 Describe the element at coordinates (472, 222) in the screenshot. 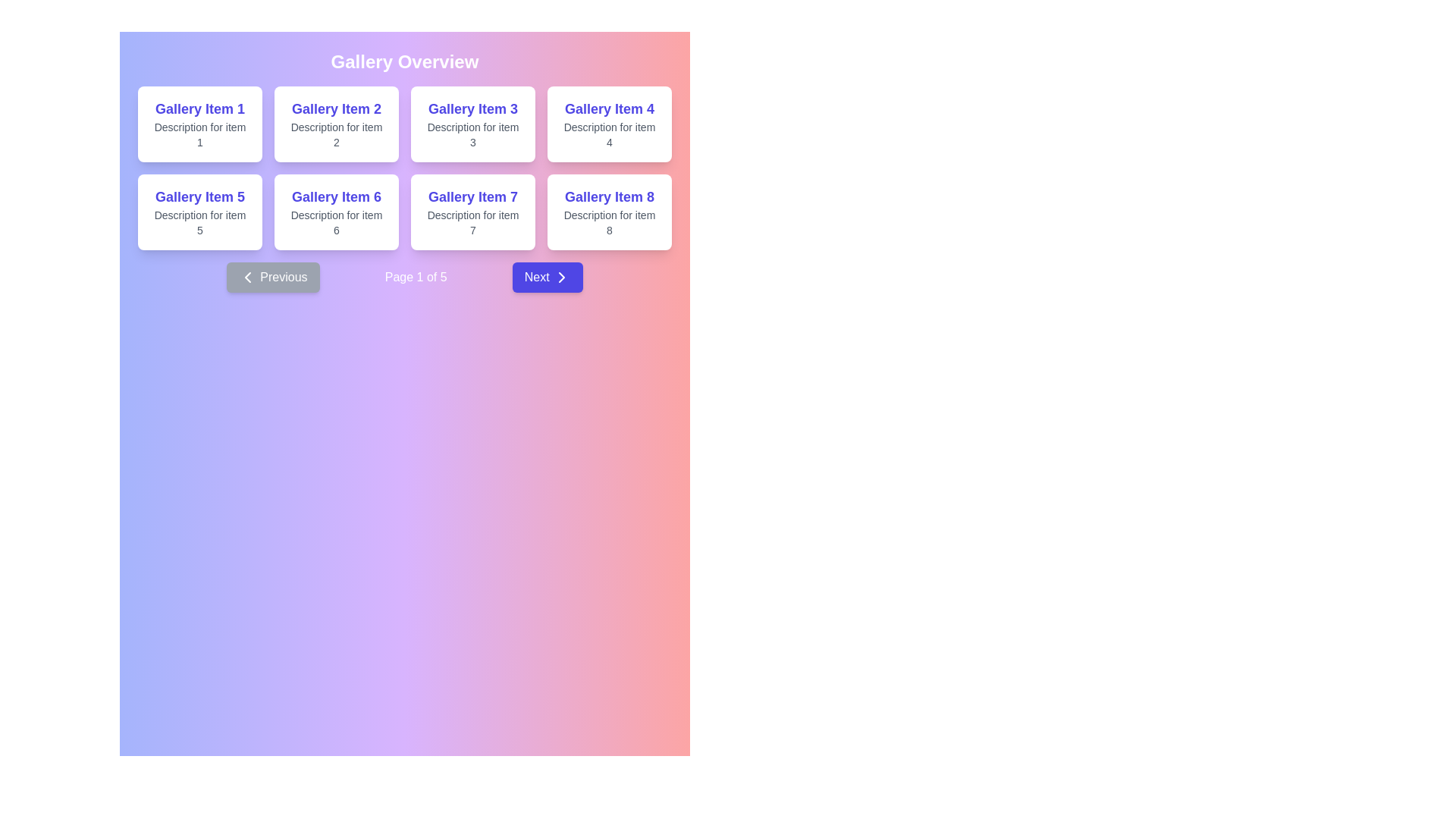

I see `the static text label displaying 'Description for item 7', which is located below the title 'Gallery Item 7' in the card for 'Gallery Item 7'` at that location.